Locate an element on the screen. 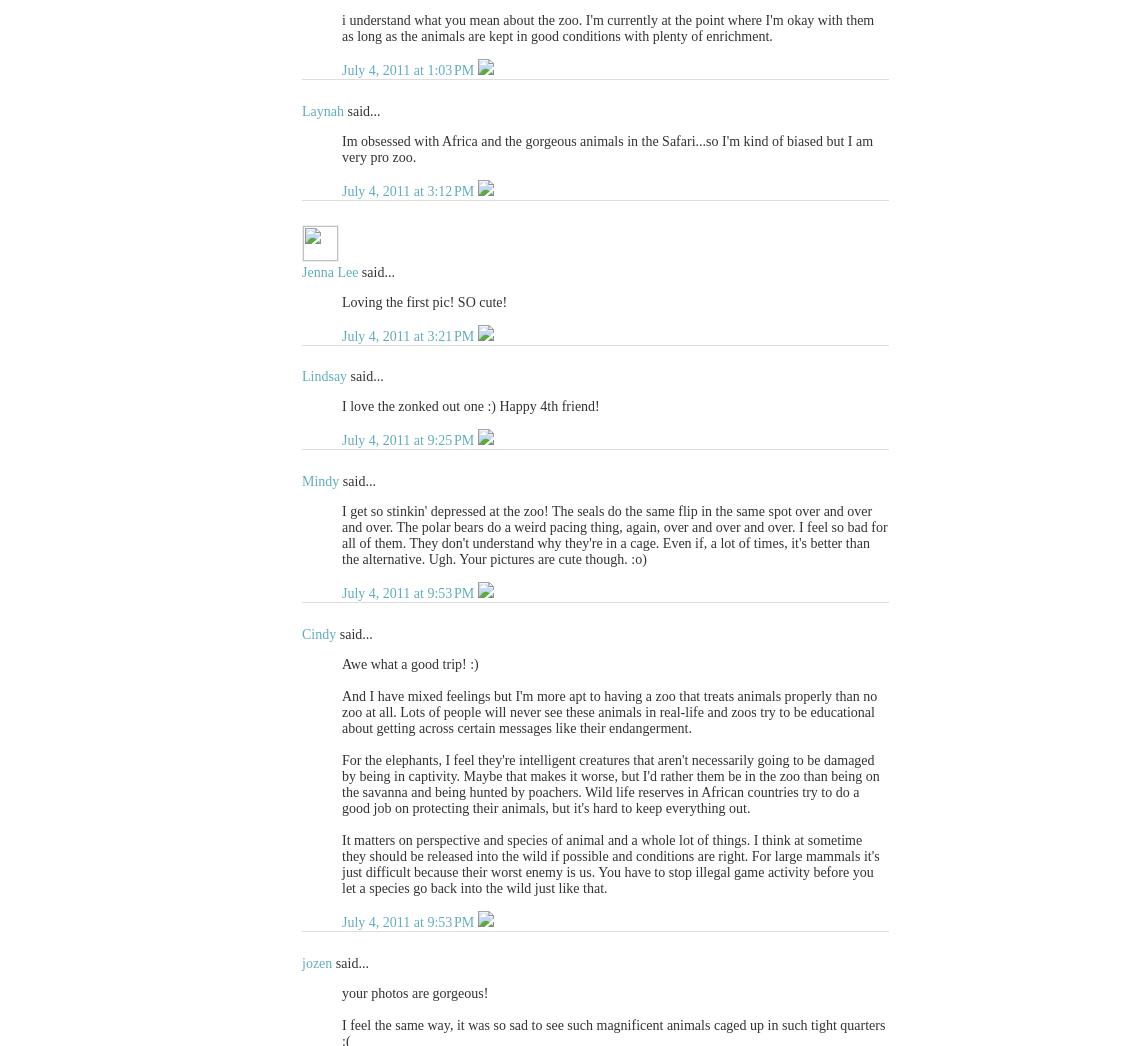 The width and height of the screenshot is (1133, 1046). 'Mindy' is located at coordinates (320, 481).